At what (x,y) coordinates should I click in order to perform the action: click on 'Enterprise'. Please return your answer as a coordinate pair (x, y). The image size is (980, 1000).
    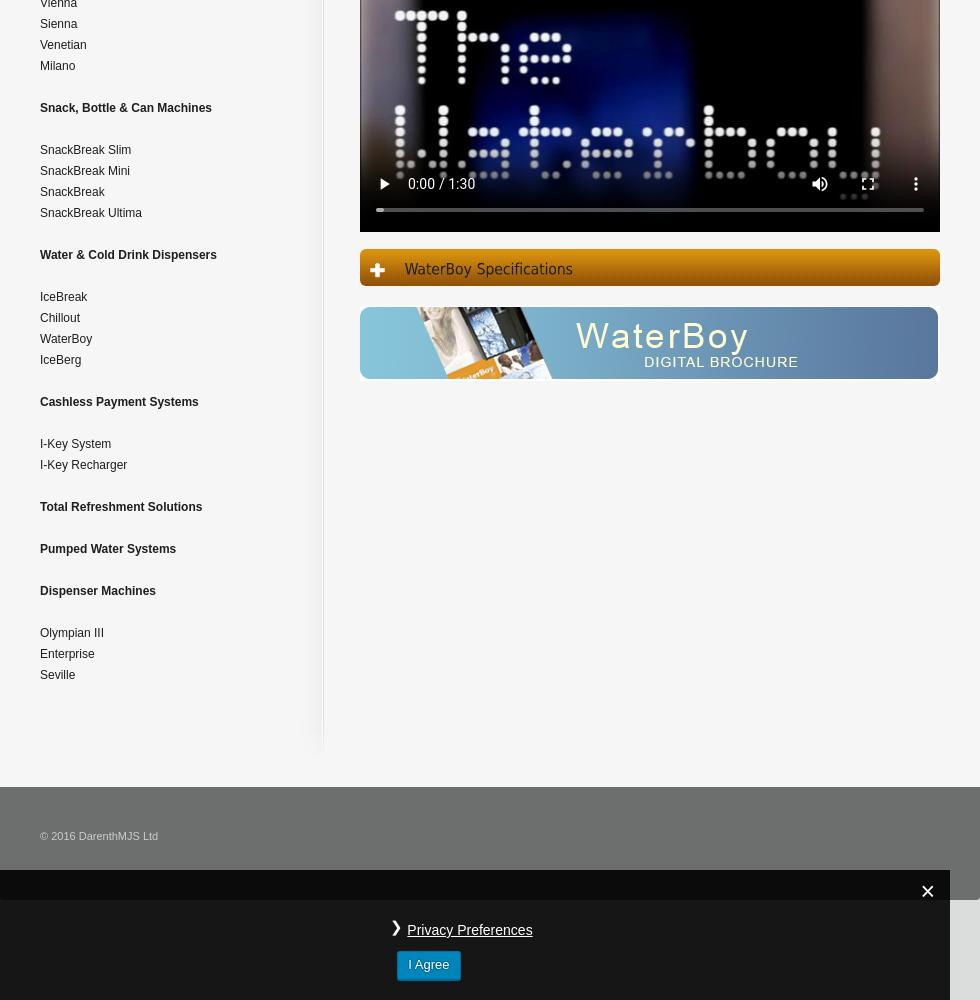
    Looking at the image, I should click on (39, 654).